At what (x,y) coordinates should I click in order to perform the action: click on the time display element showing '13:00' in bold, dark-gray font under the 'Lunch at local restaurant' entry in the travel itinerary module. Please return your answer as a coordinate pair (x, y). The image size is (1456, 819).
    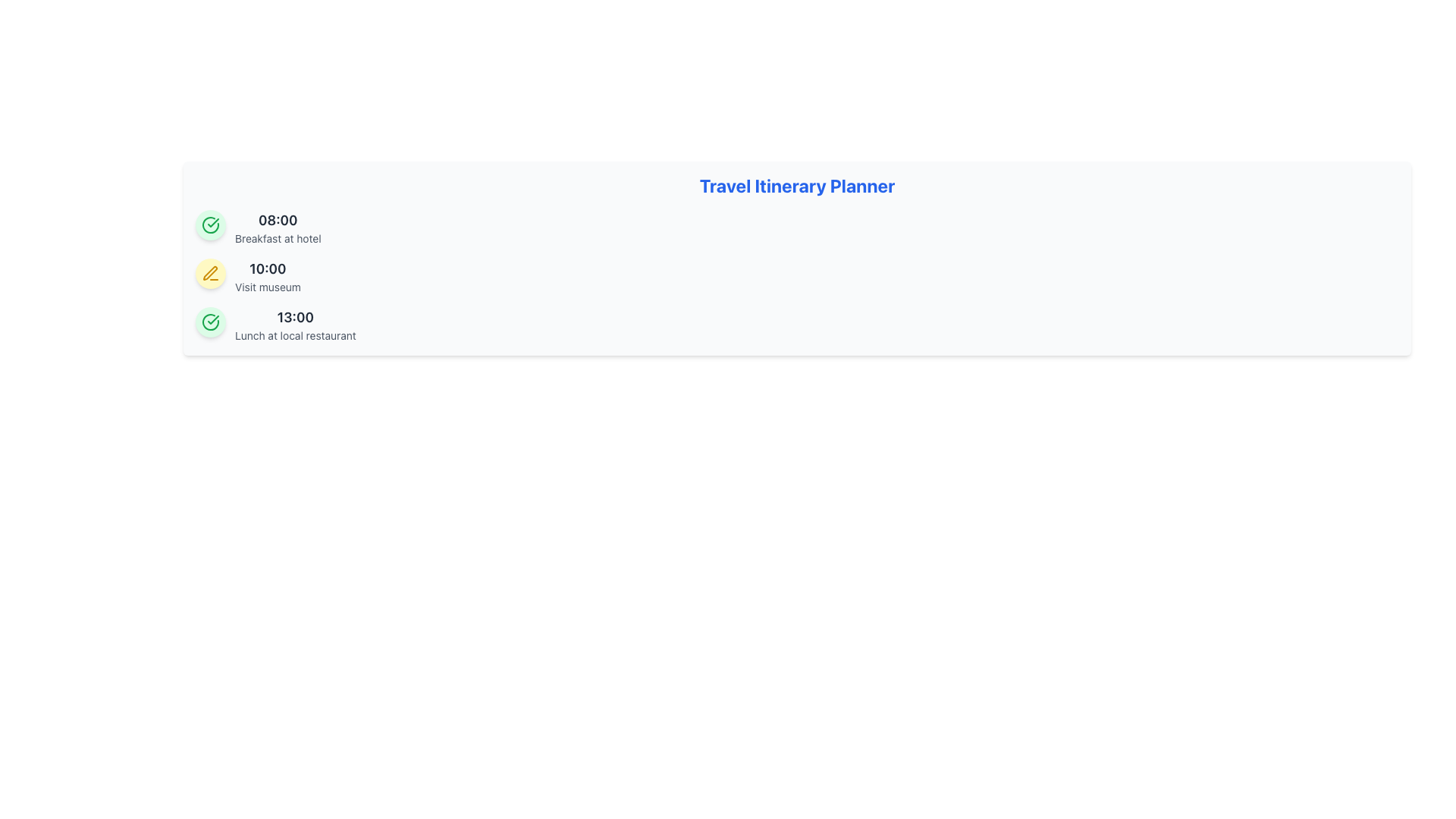
    Looking at the image, I should click on (295, 317).